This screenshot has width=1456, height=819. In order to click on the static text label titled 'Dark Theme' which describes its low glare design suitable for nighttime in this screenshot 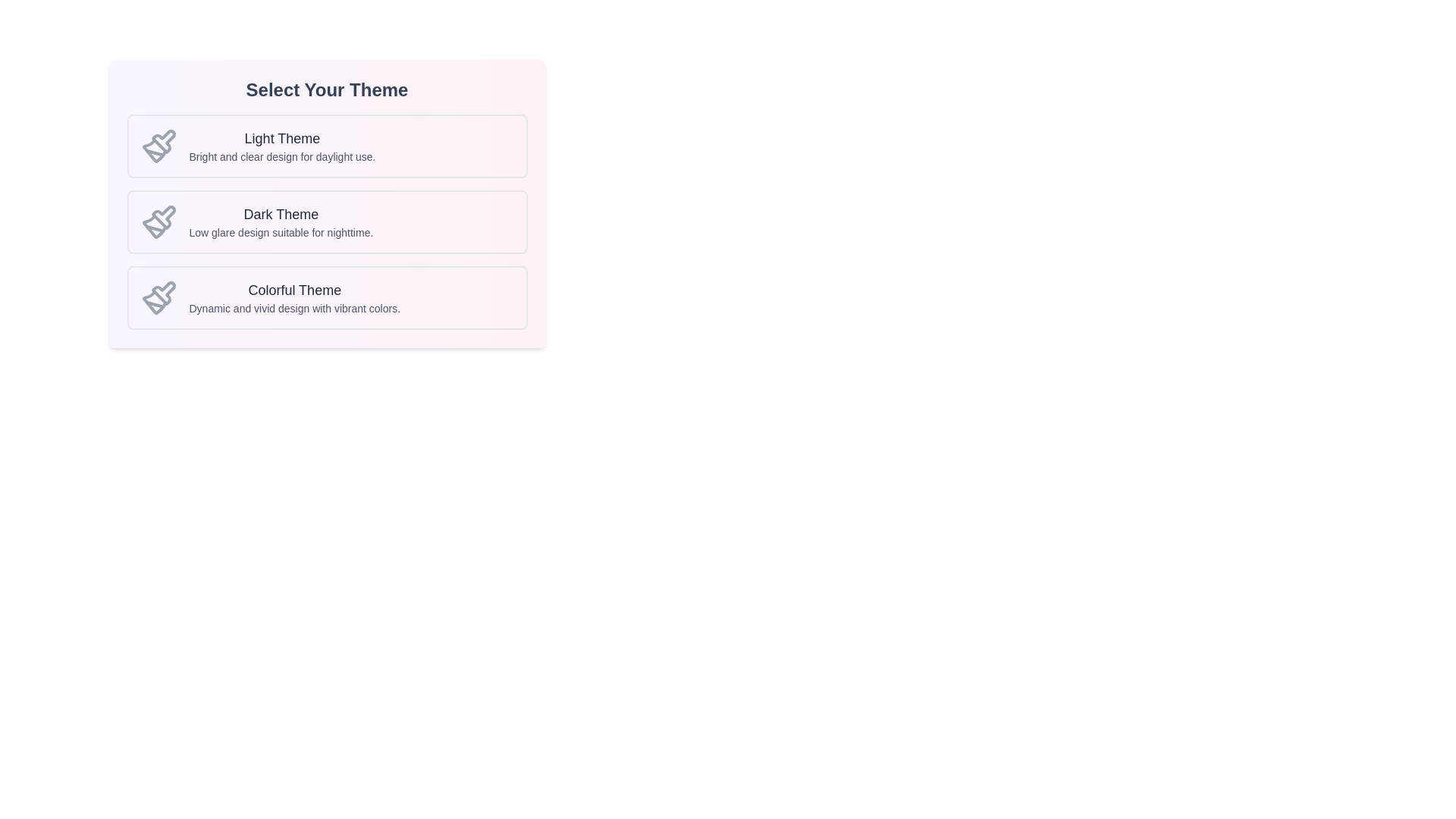, I will do `click(281, 222)`.